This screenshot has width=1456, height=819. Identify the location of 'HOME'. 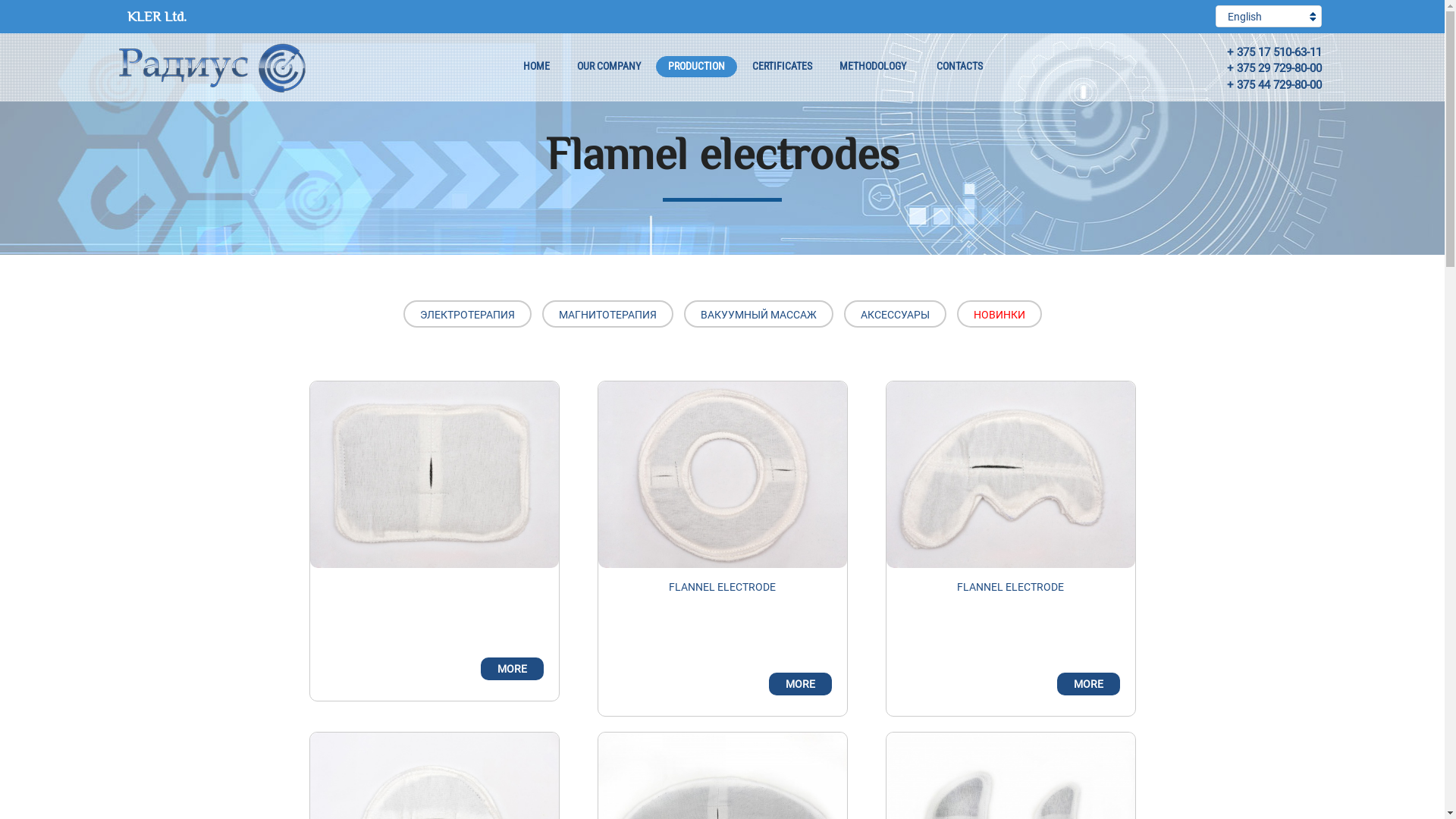
(536, 66).